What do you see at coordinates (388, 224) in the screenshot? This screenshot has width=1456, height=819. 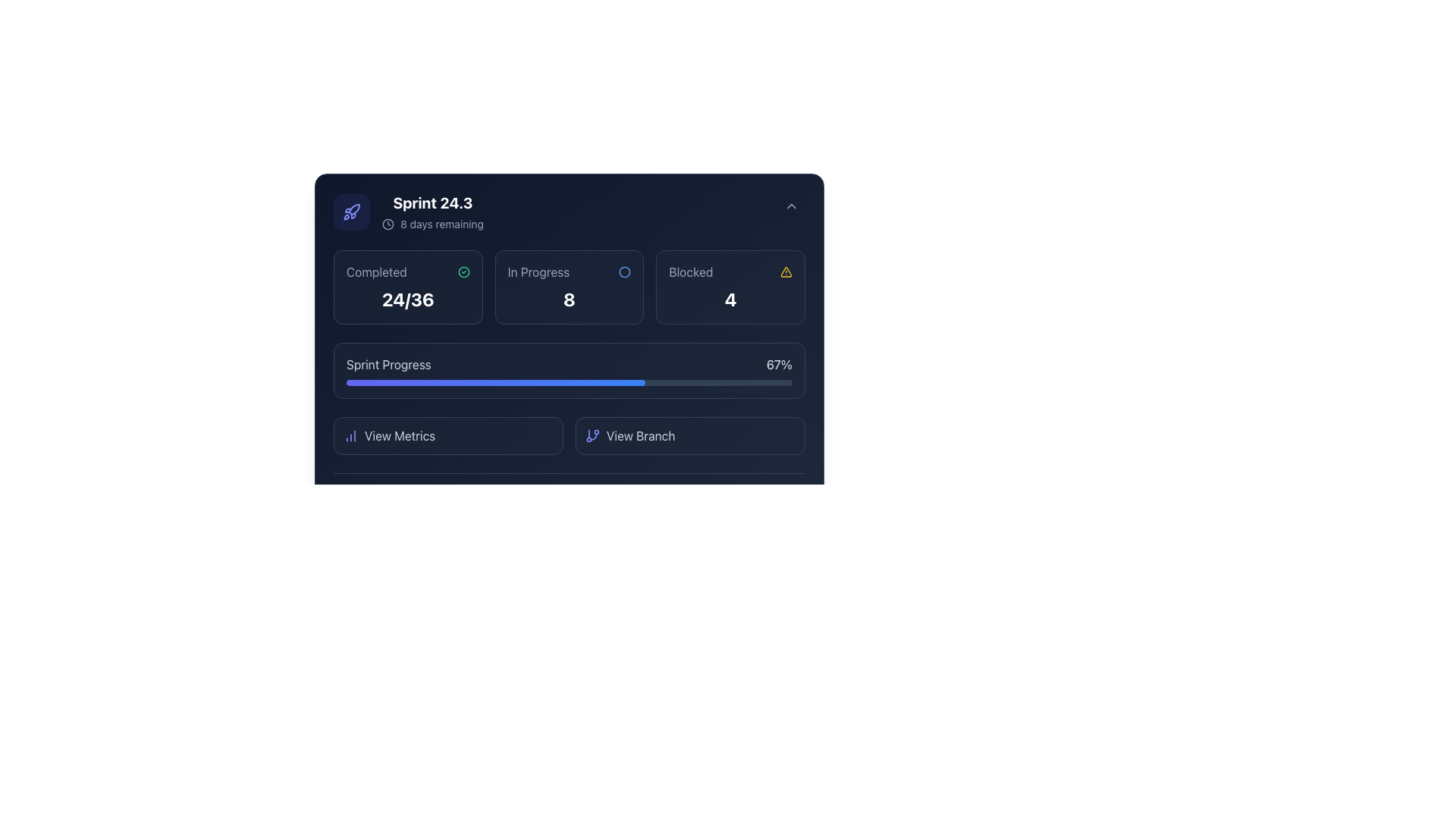 I see `the time representation icon (SVG) located to the left of the text '8 days remaining', which symbolizes the remaining duration in a project` at bounding box center [388, 224].